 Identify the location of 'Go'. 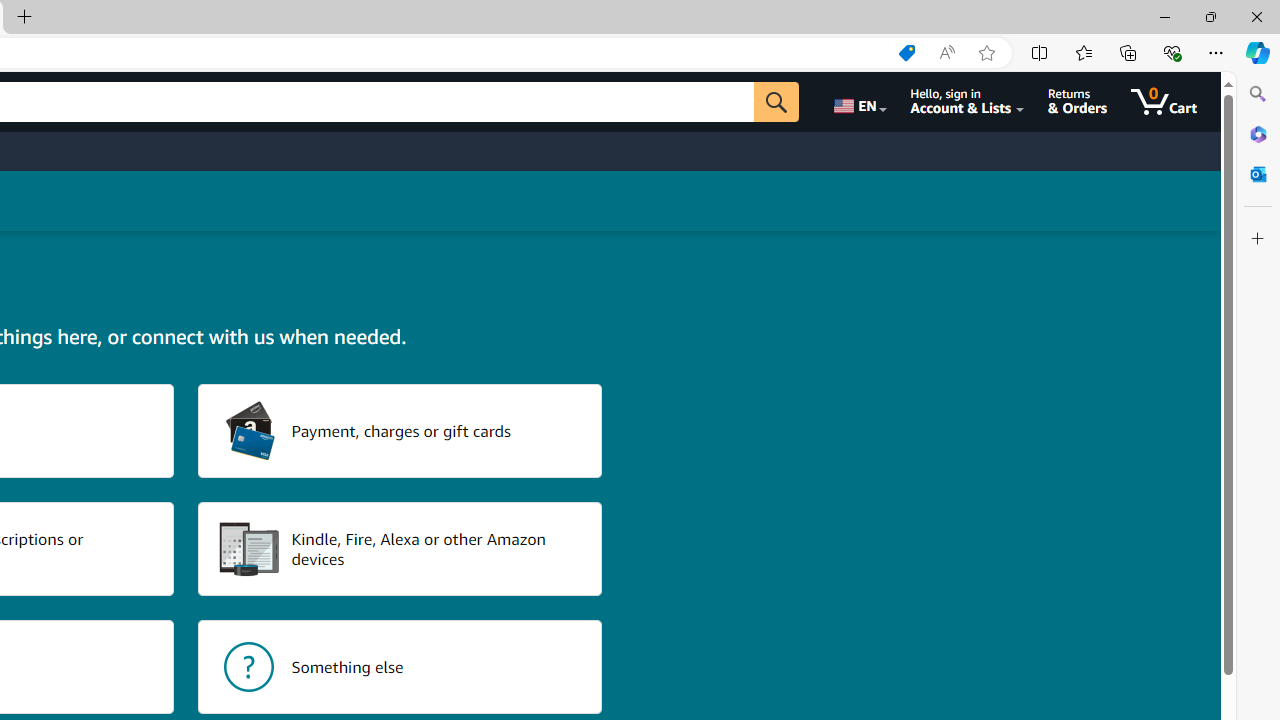
(775, 101).